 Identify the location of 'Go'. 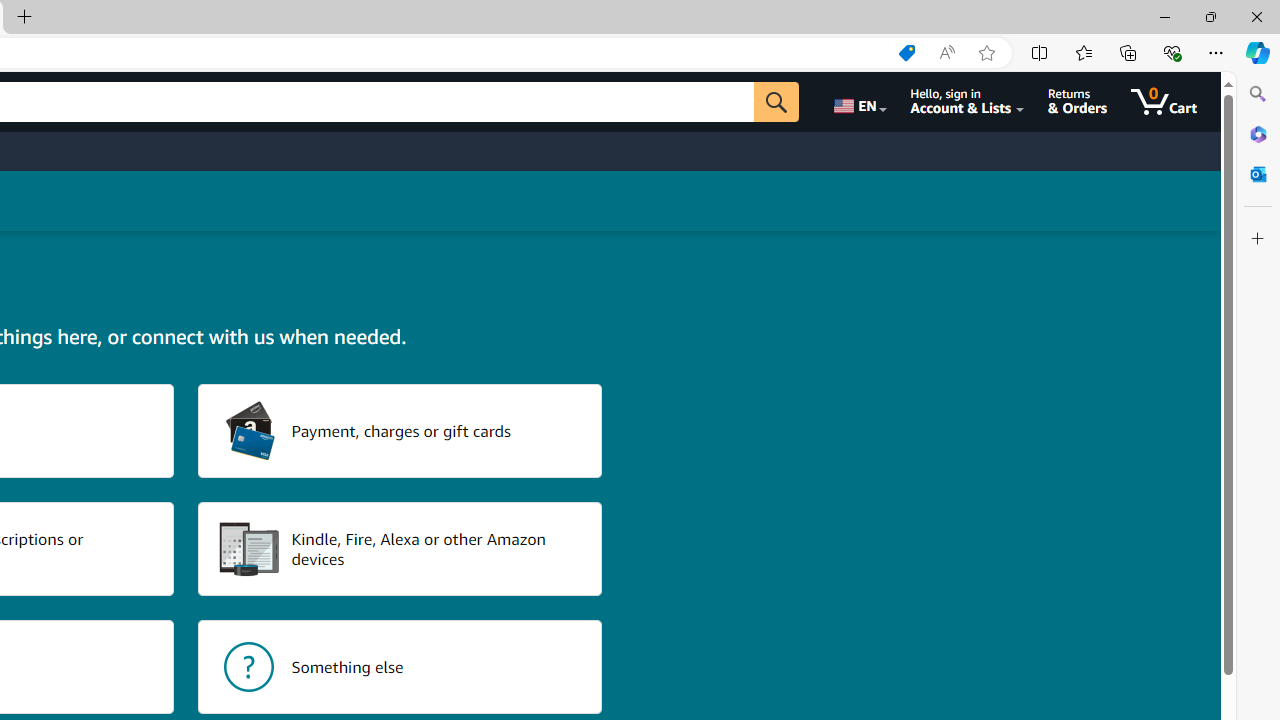
(775, 101).